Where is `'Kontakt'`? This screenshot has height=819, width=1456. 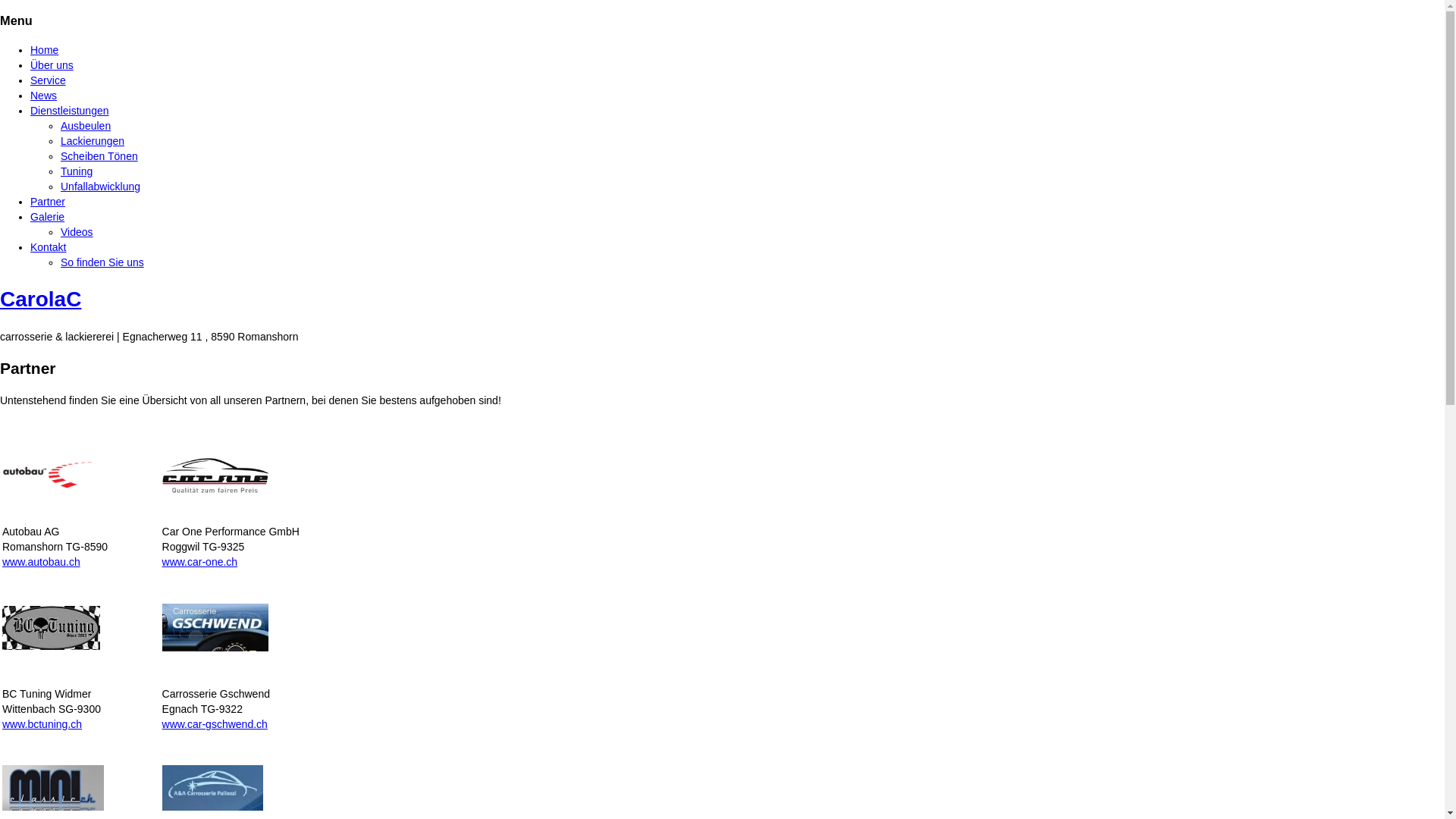
'Kontakt' is located at coordinates (48, 246).